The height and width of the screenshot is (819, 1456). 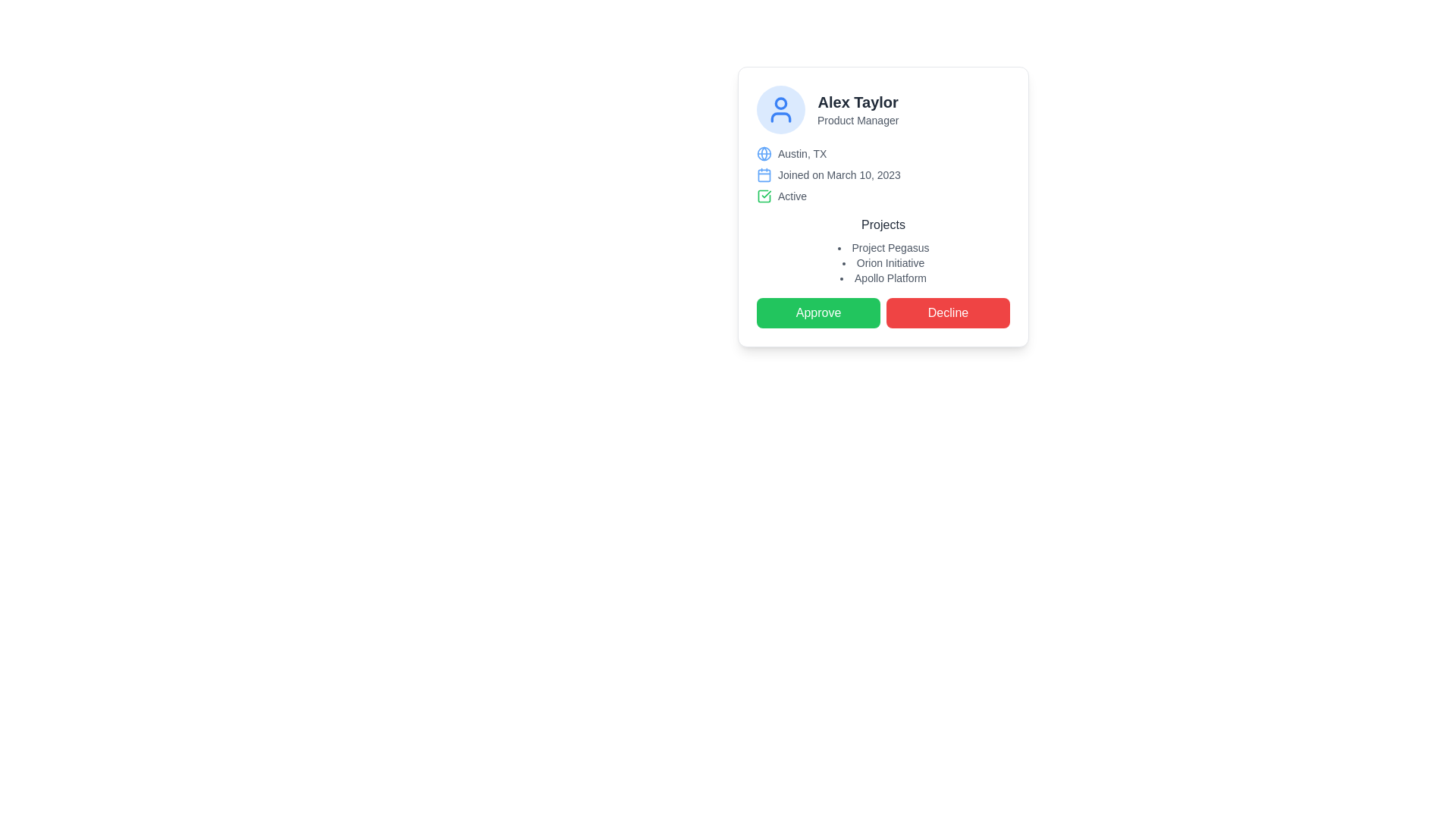 What do you see at coordinates (858, 102) in the screenshot?
I see `the Text label displaying the name of the individual associated with the card, located at the top of the rectangular card` at bounding box center [858, 102].